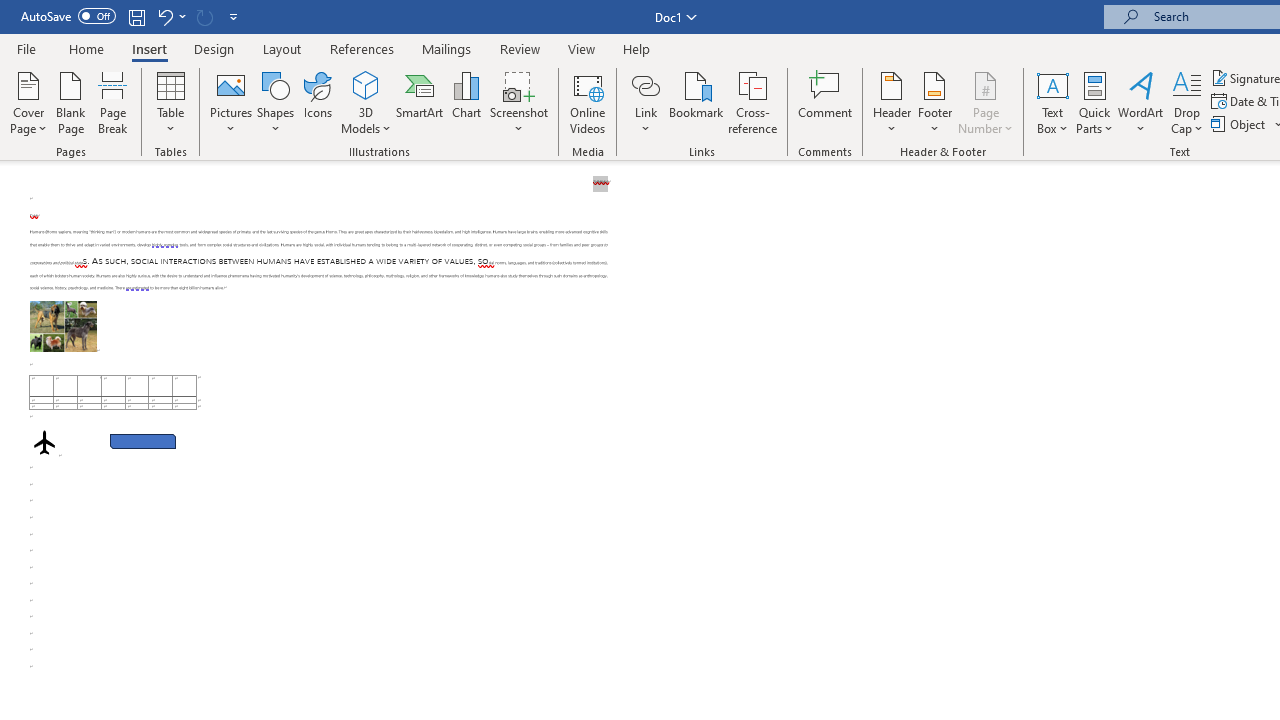 The image size is (1280, 720). Describe the element at coordinates (63, 325) in the screenshot. I see `'Morphological variation in six dogs'` at that location.